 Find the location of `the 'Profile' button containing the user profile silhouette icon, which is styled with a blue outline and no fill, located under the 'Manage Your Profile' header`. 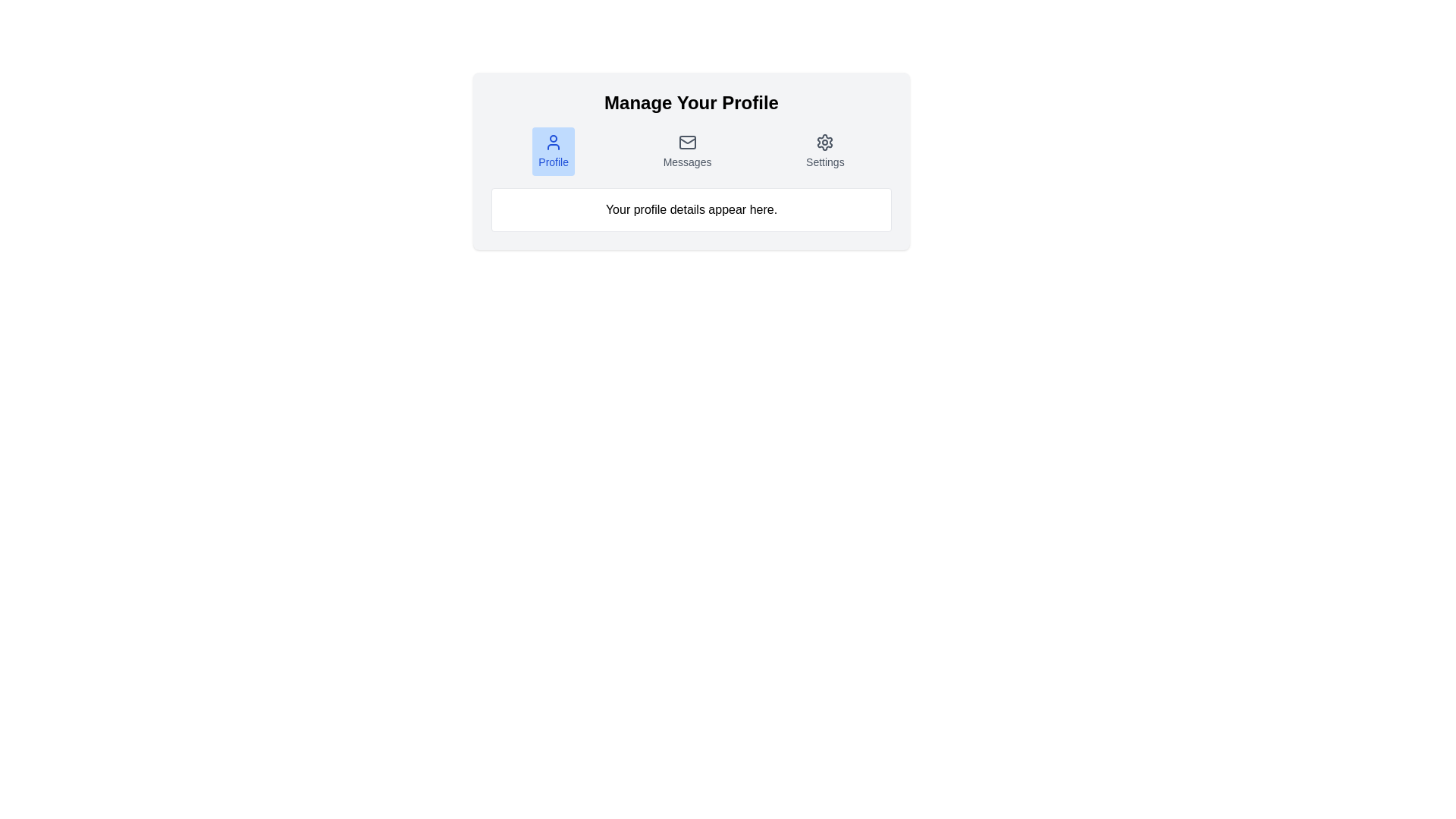

the 'Profile' button containing the user profile silhouette icon, which is styled with a blue outline and no fill, located under the 'Manage Your Profile' header is located at coordinates (553, 143).